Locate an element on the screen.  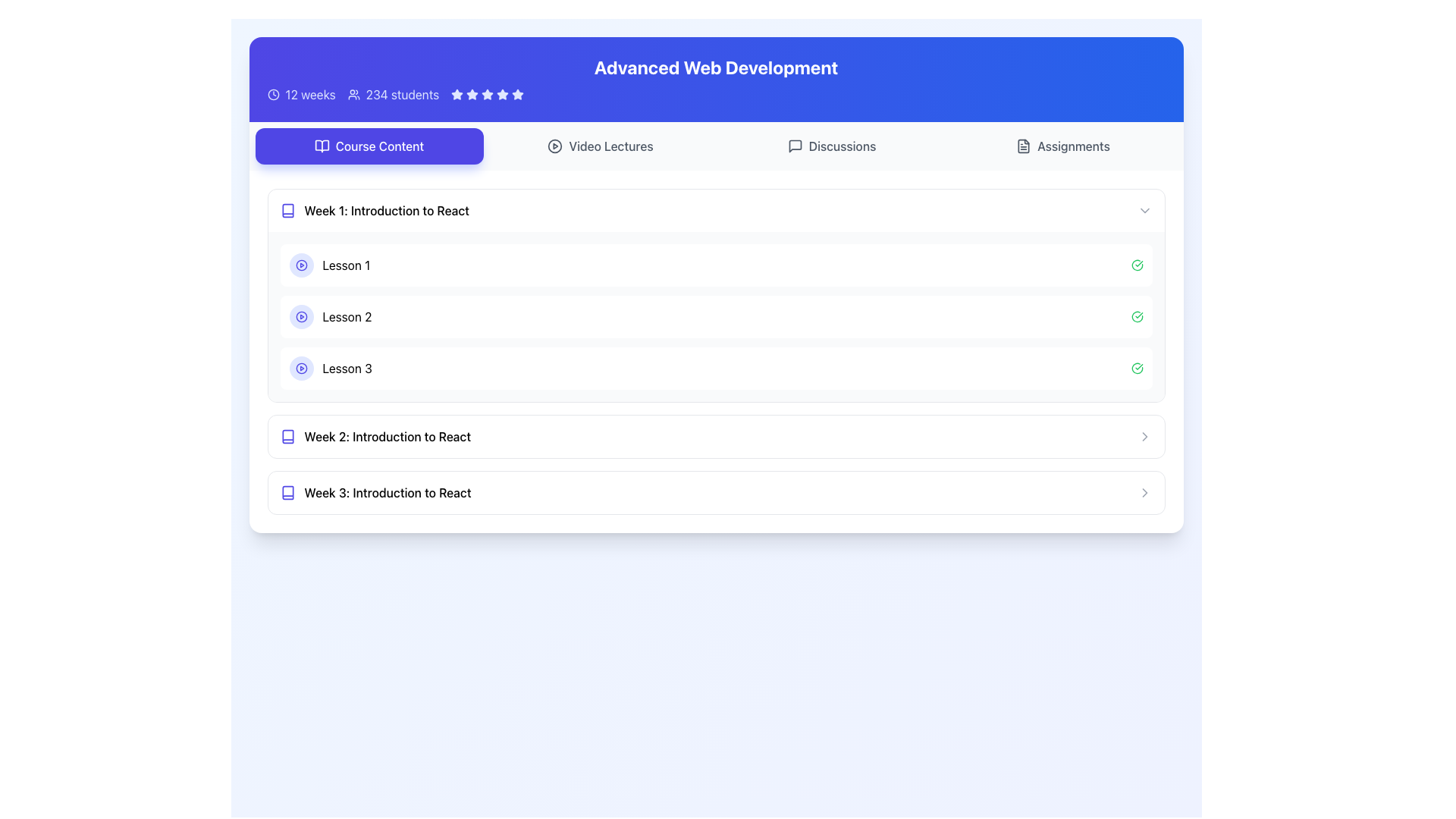
the icon representing the students enrolled in the course, located in the banner section near the text '234 students' and to the right of the '12 weeks' information is located at coordinates (353, 94).